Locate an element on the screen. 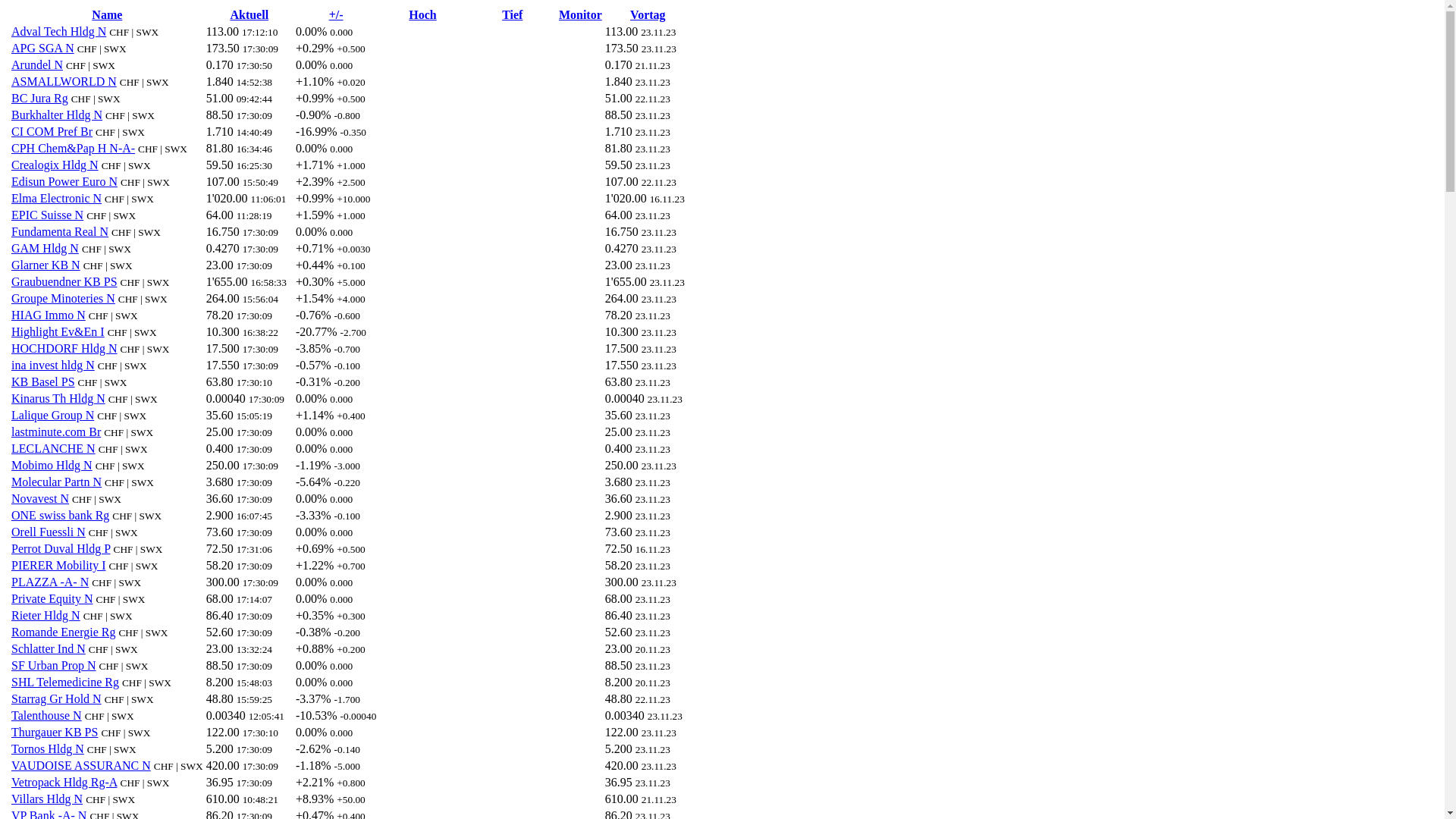  'Orell Fuessli N' is located at coordinates (48, 531).